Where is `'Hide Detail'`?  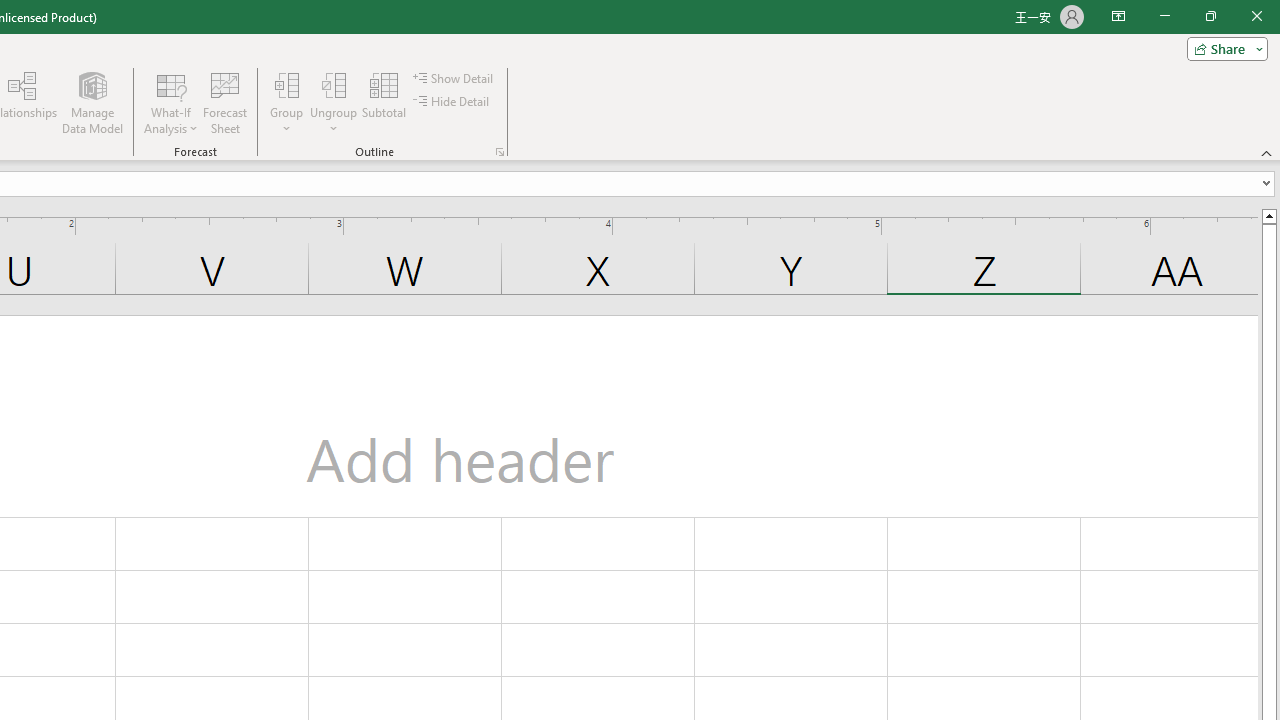 'Hide Detail' is located at coordinates (452, 101).